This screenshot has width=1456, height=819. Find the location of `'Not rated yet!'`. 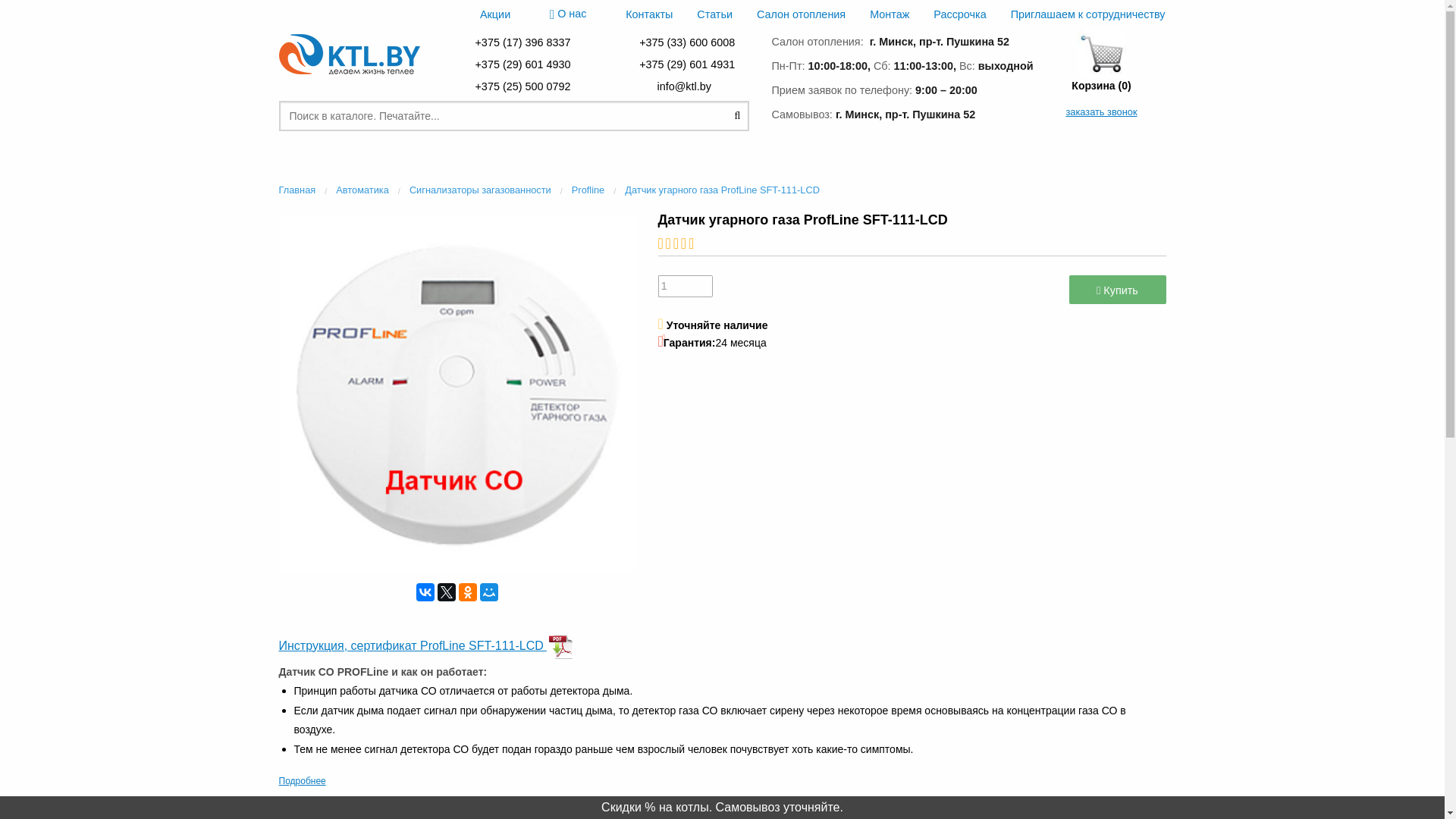

'Not rated yet!' is located at coordinates (673, 242).